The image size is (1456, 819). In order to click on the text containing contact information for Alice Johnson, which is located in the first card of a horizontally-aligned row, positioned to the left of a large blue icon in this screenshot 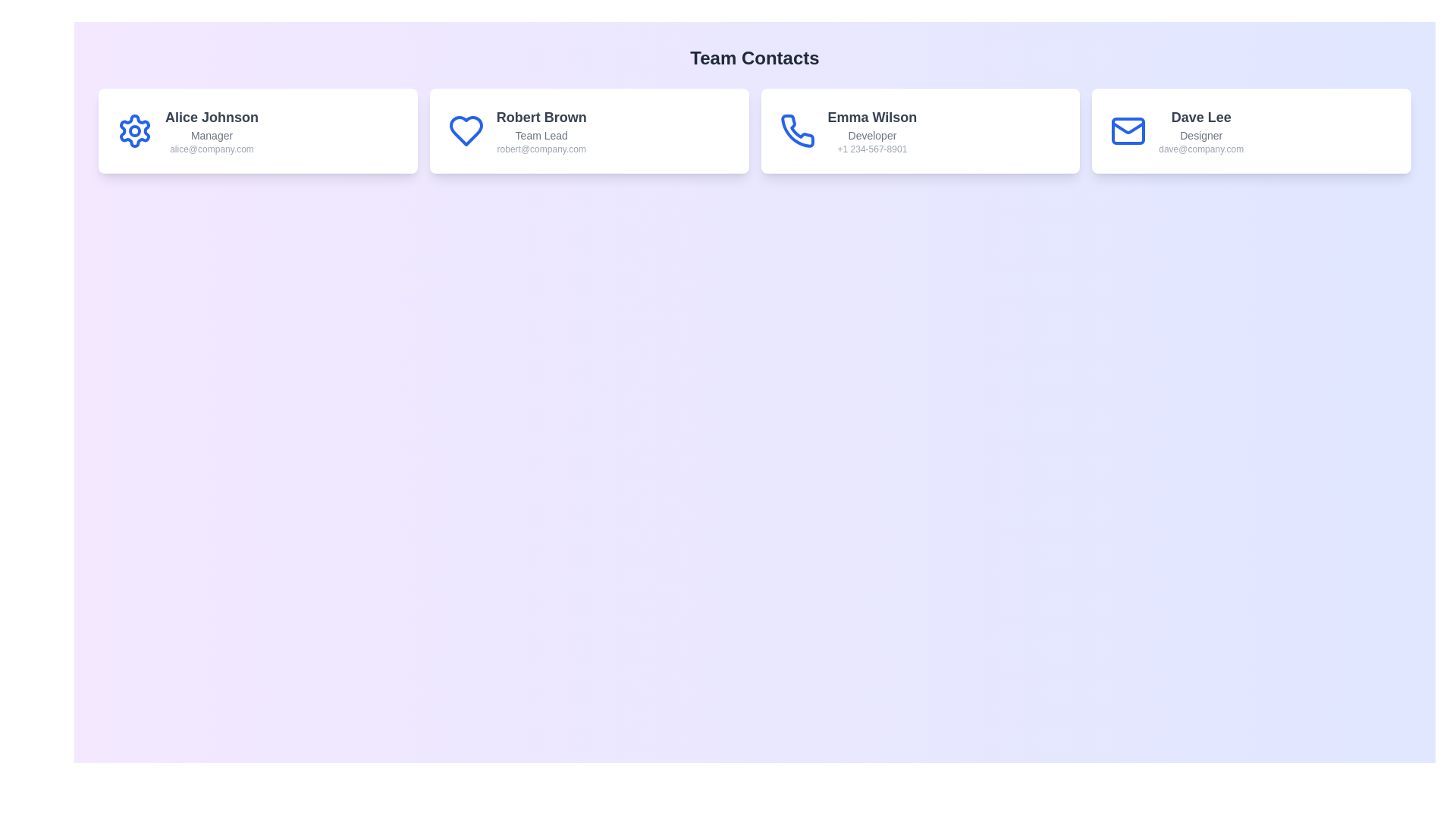, I will do `click(211, 130)`.